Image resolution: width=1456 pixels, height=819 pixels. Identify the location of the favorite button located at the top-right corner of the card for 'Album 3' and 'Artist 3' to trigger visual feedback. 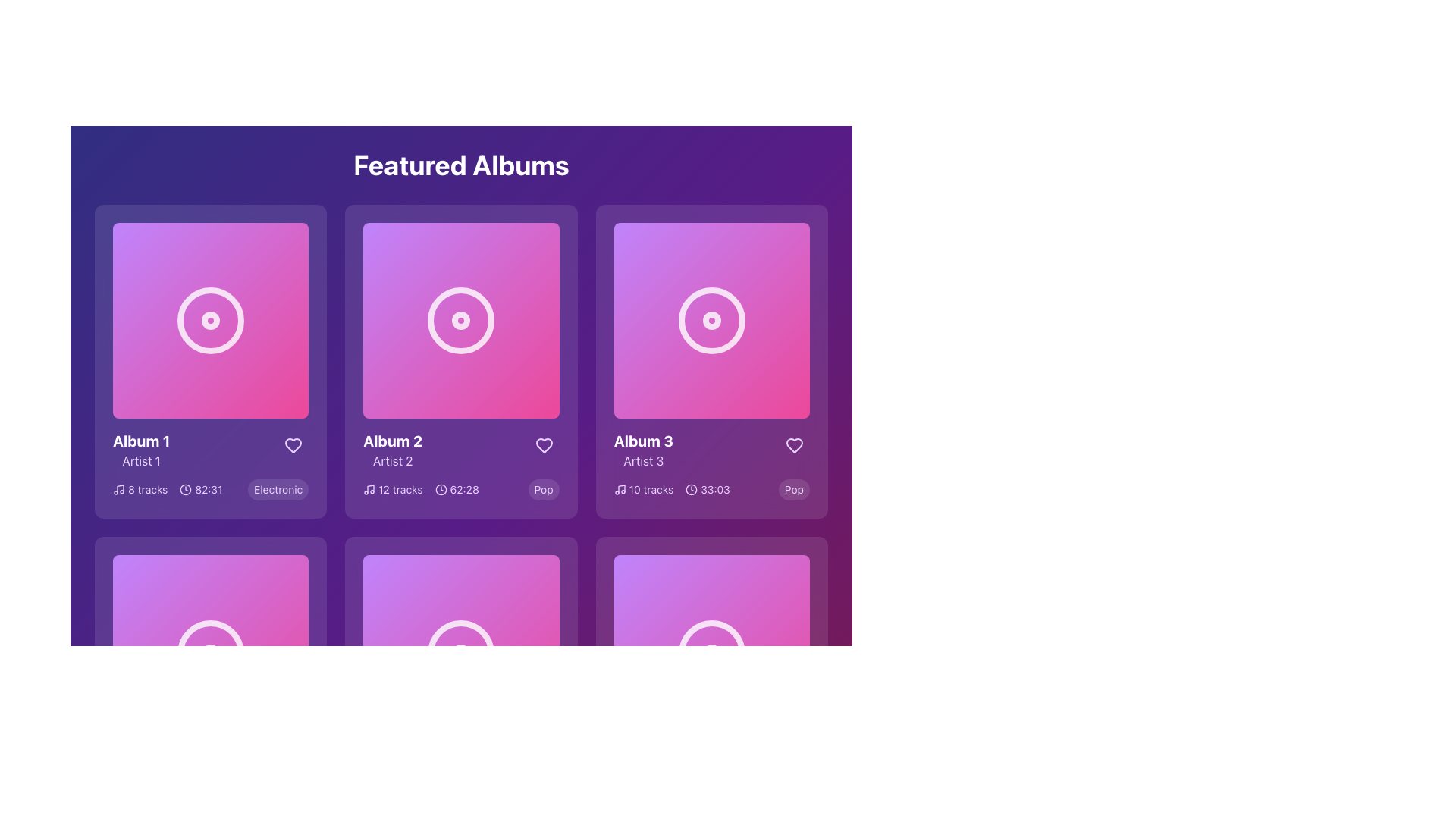
(793, 444).